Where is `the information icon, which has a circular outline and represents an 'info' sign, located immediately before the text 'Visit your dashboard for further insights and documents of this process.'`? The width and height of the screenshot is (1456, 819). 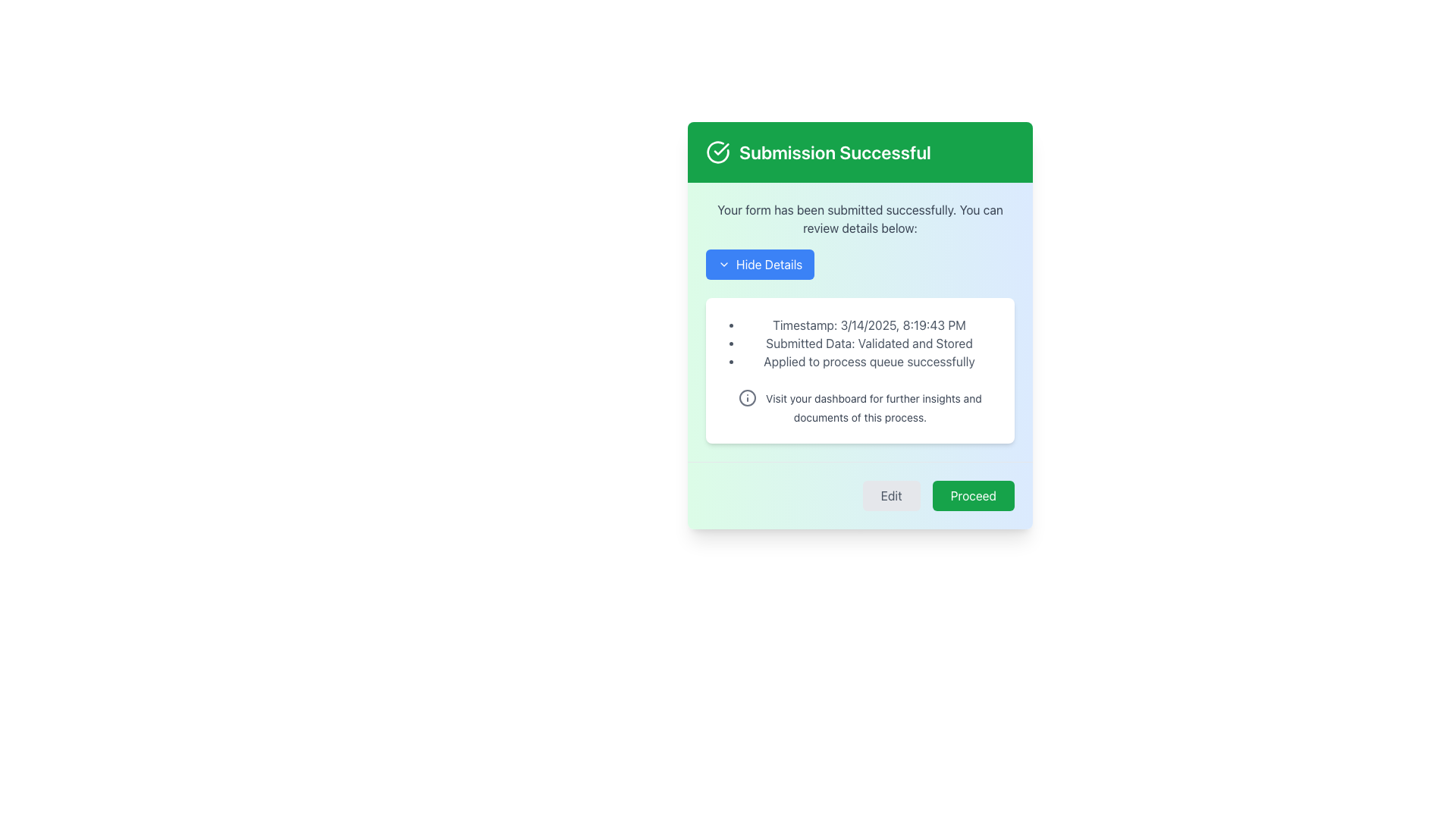
the information icon, which has a circular outline and represents an 'info' sign, located immediately before the text 'Visit your dashboard for further insights and documents of this process.' is located at coordinates (748, 397).